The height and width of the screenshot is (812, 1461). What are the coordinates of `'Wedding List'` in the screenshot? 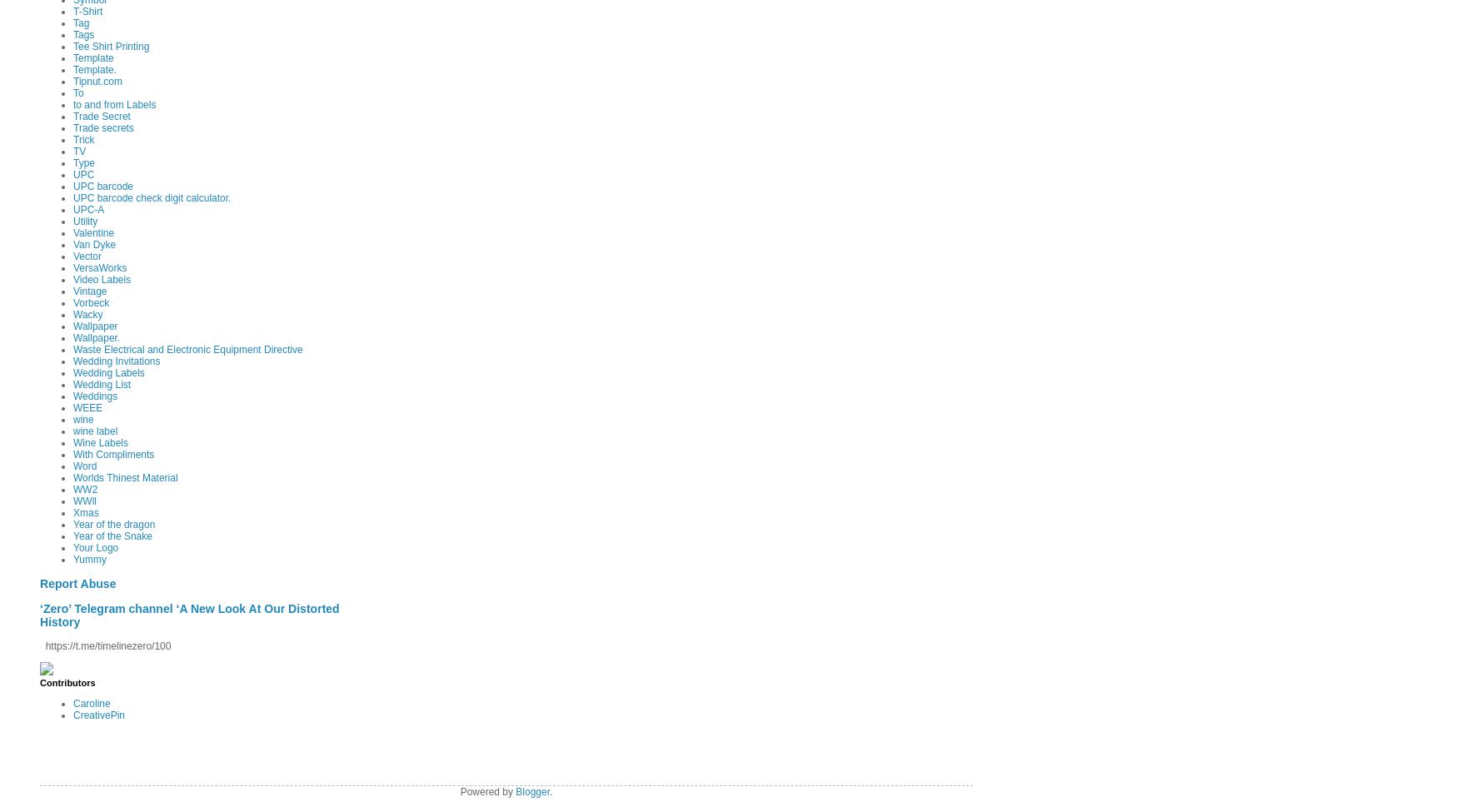 It's located at (101, 383).